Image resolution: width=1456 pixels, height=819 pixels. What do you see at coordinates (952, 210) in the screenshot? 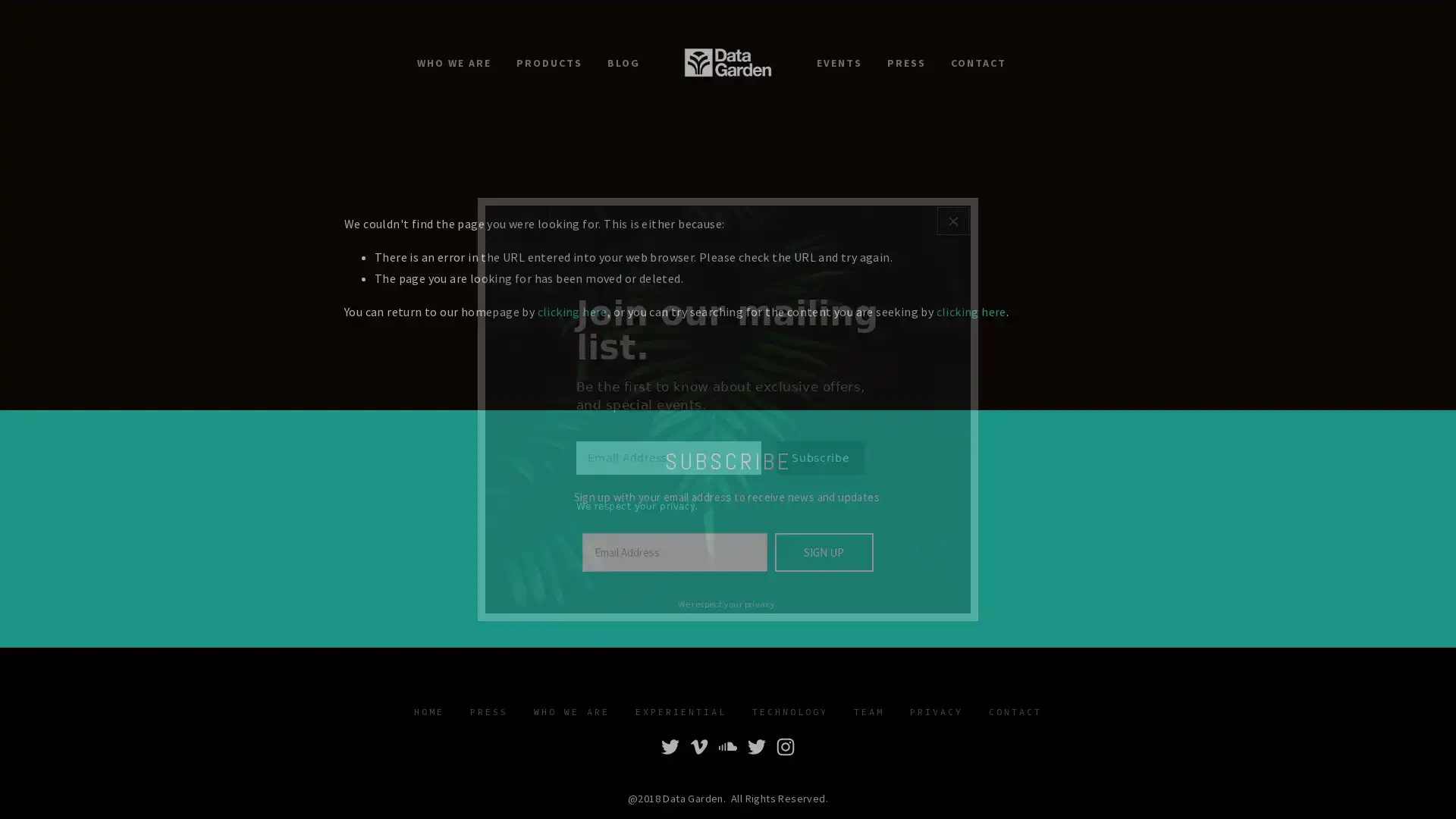
I see `Close` at bounding box center [952, 210].